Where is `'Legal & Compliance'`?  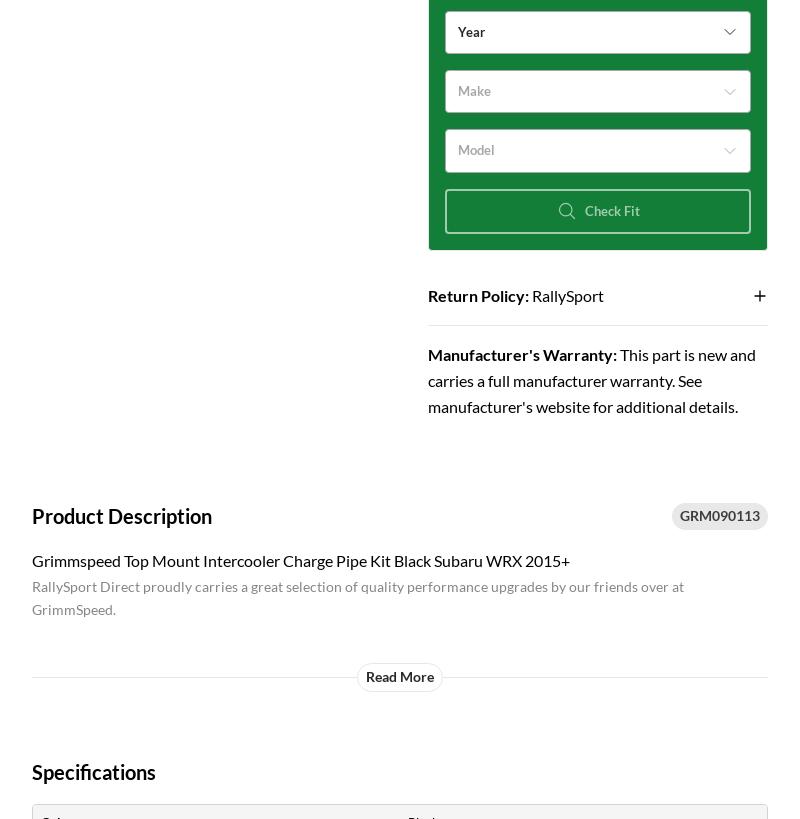
'Legal & Compliance' is located at coordinates (698, 156).